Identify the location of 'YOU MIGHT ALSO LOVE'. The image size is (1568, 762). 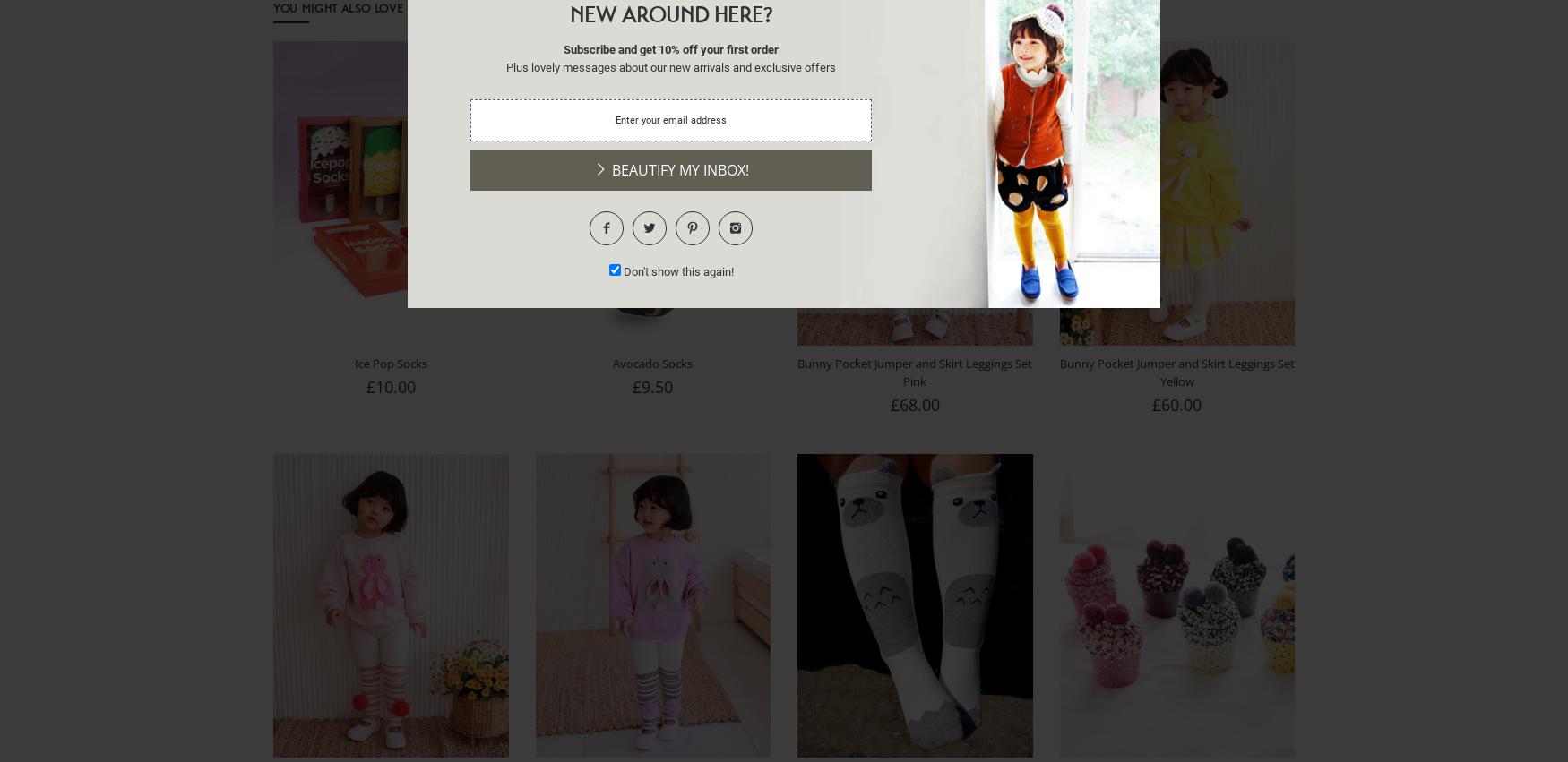
(272, 6).